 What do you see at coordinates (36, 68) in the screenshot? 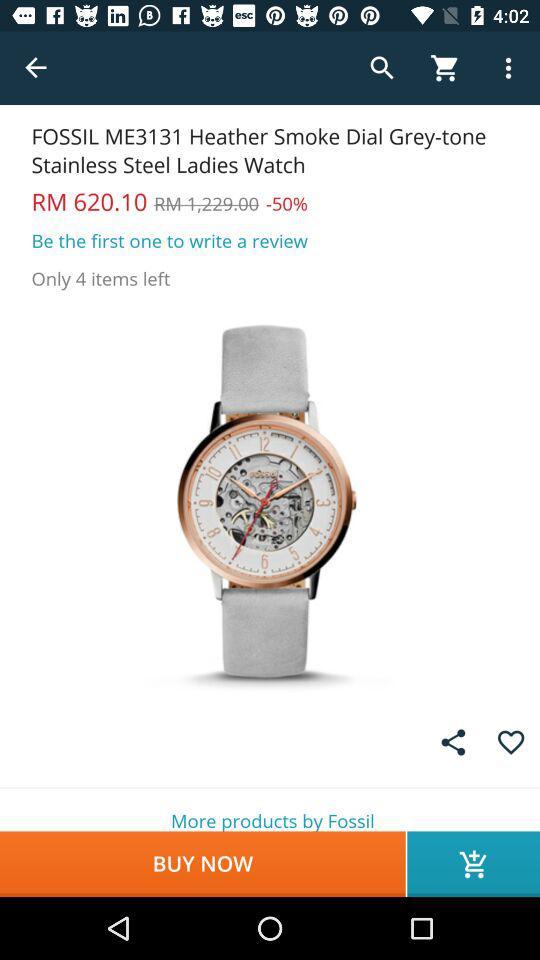
I see `go back` at bounding box center [36, 68].